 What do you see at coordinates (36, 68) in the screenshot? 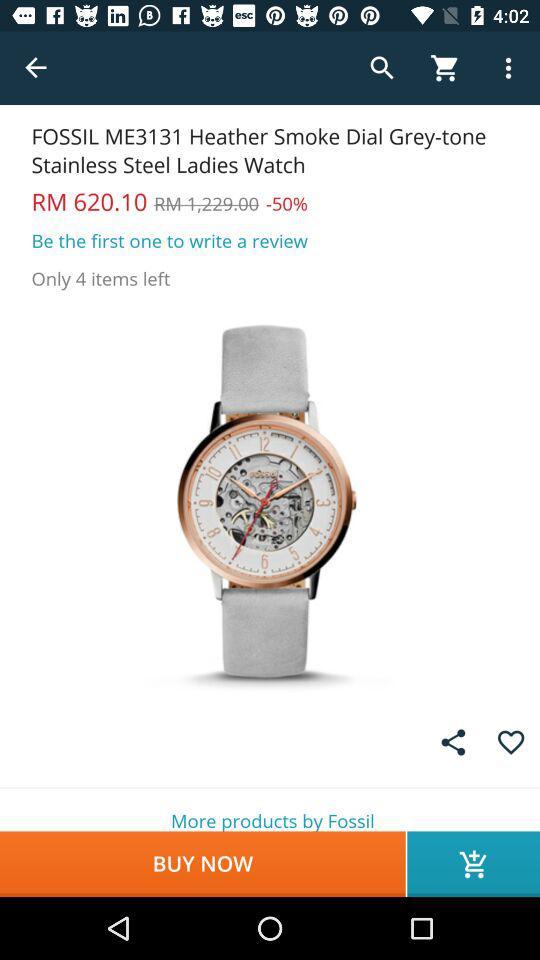
I see `go back` at bounding box center [36, 68].